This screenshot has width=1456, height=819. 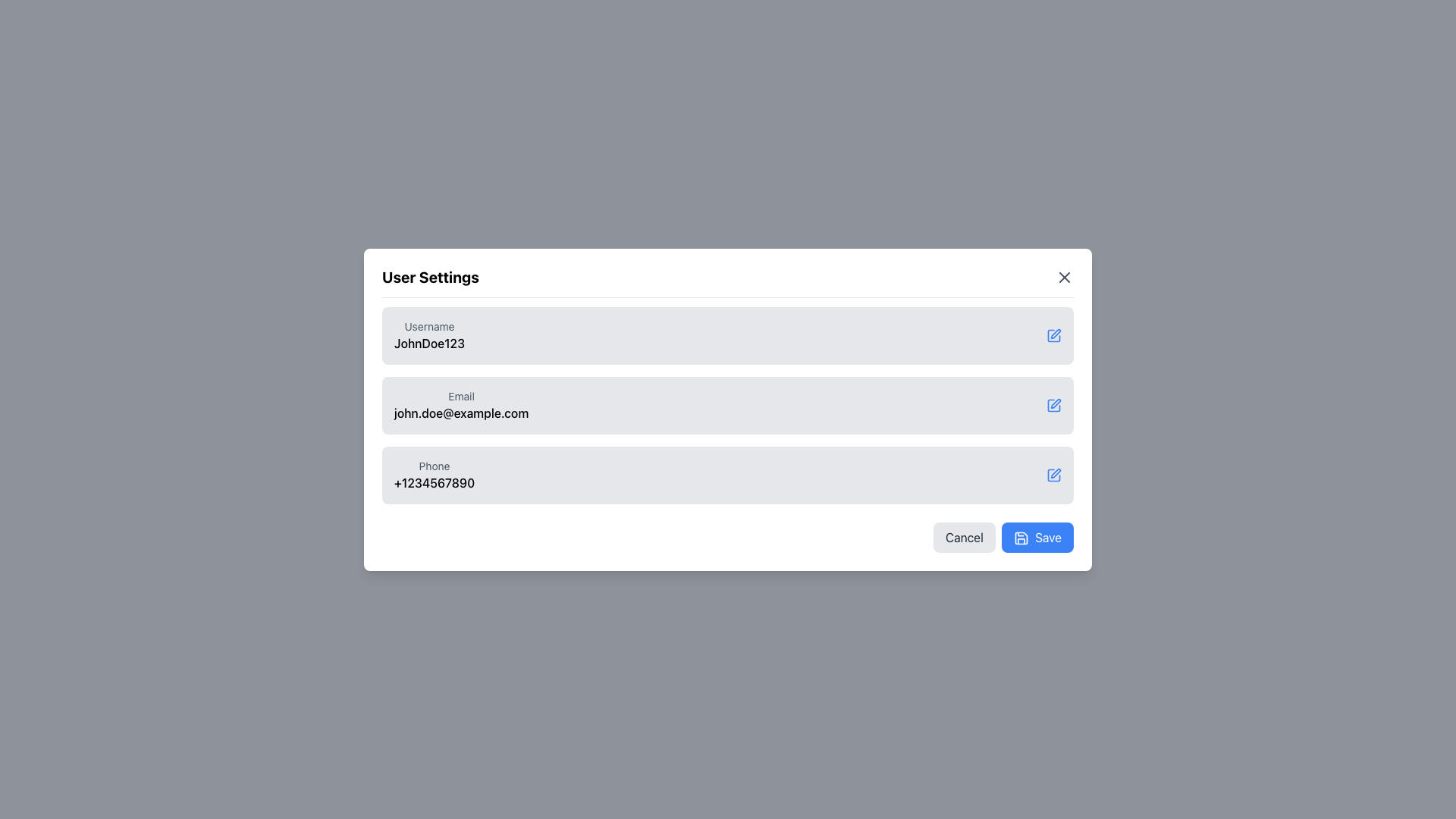 What do you see at coordinates (963, 536) in the screenshot?
I see `the cancel button located in the bottom-right section of the modal to exit without saving changes` at bounding box center [963, 536].